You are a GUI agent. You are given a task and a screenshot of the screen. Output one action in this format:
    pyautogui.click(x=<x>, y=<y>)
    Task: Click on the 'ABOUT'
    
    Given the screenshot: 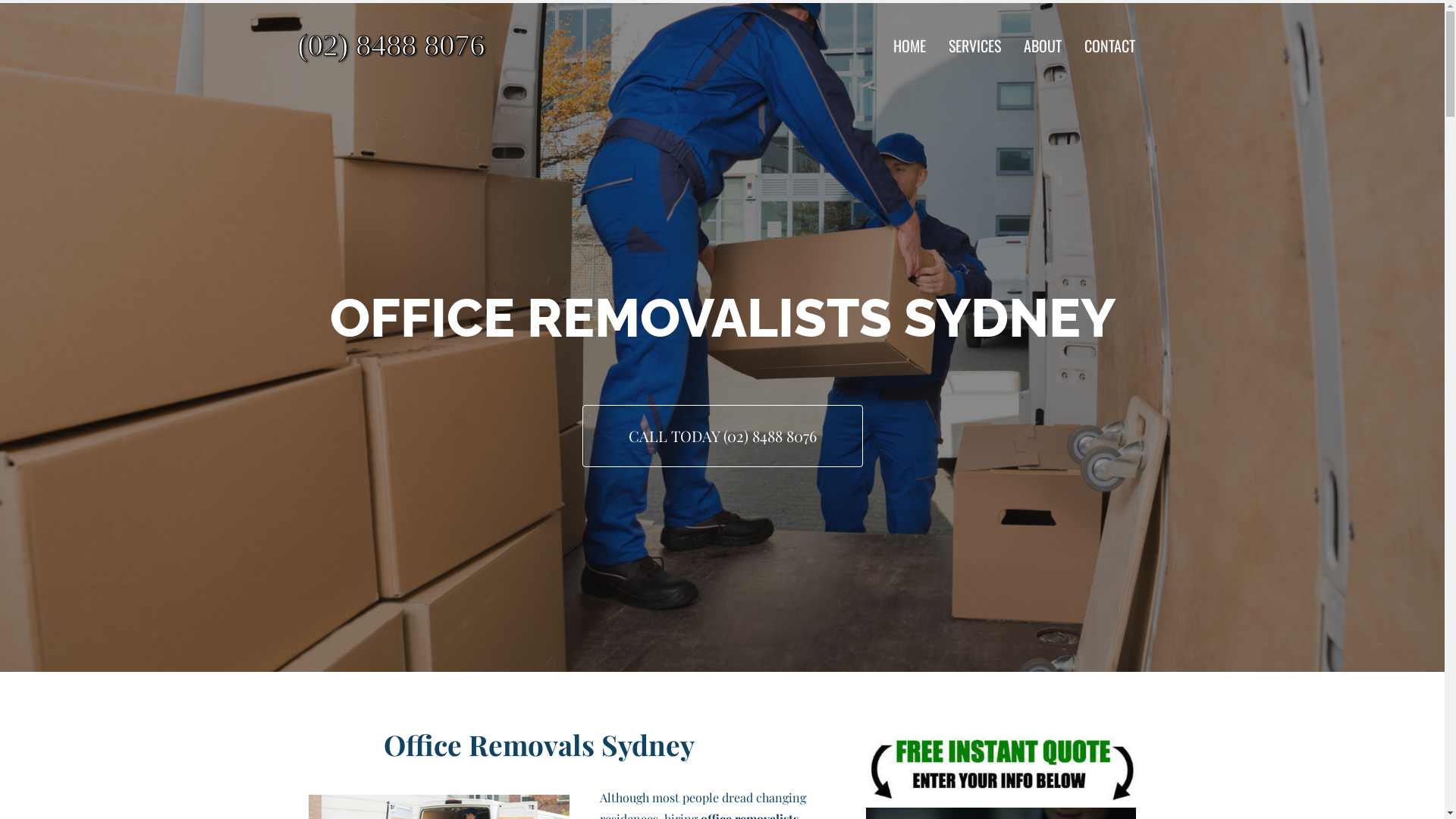 What is the action you would take?
    pyautogui.click(x=1041, y=45)
    